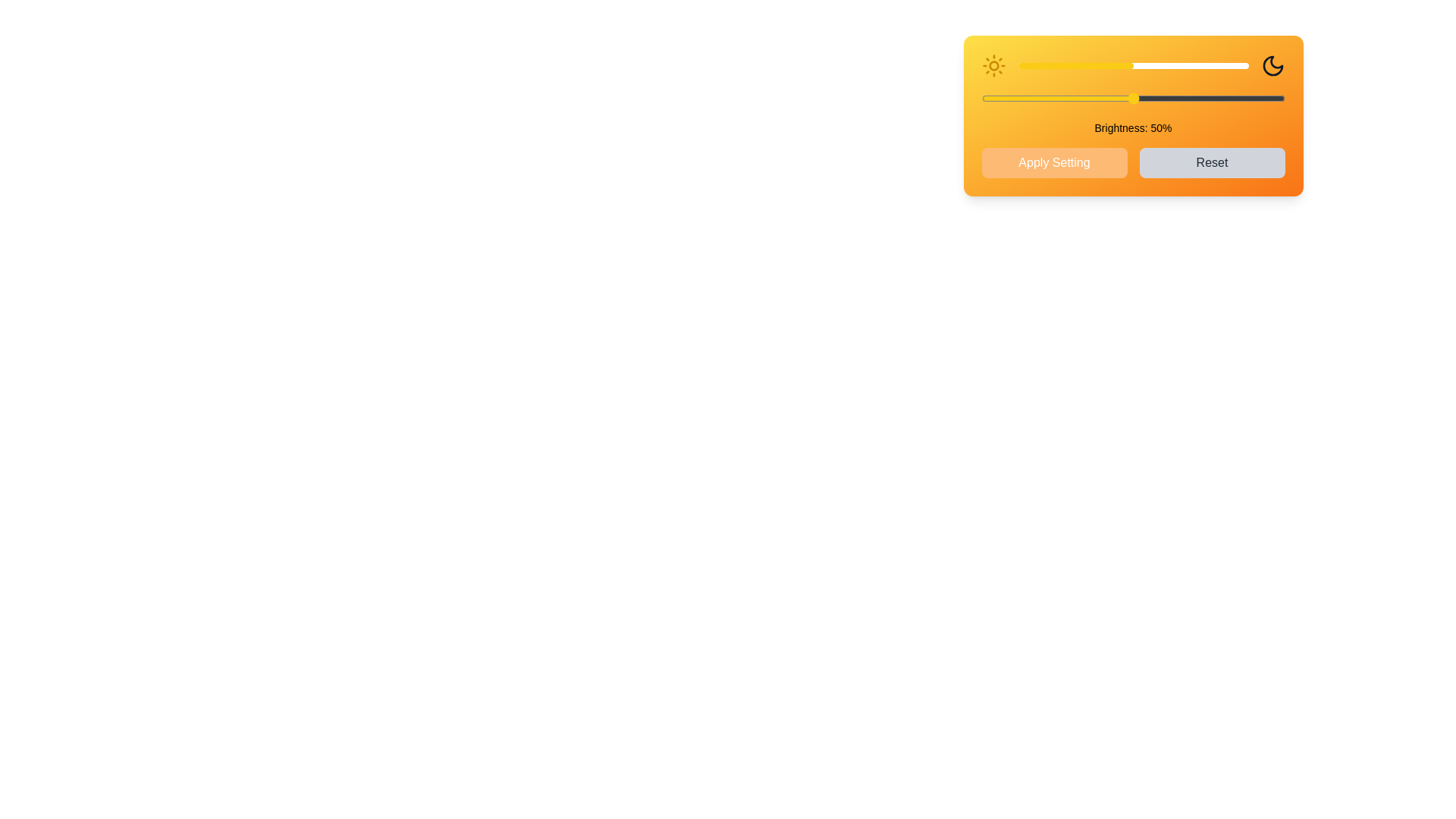 The height and width of the screenshot is (819, 1456). What do you see at coordinates (1246, 65) in the screenshot?
I see `the brightness slider to 99%` at bounding box center [1246, 65].